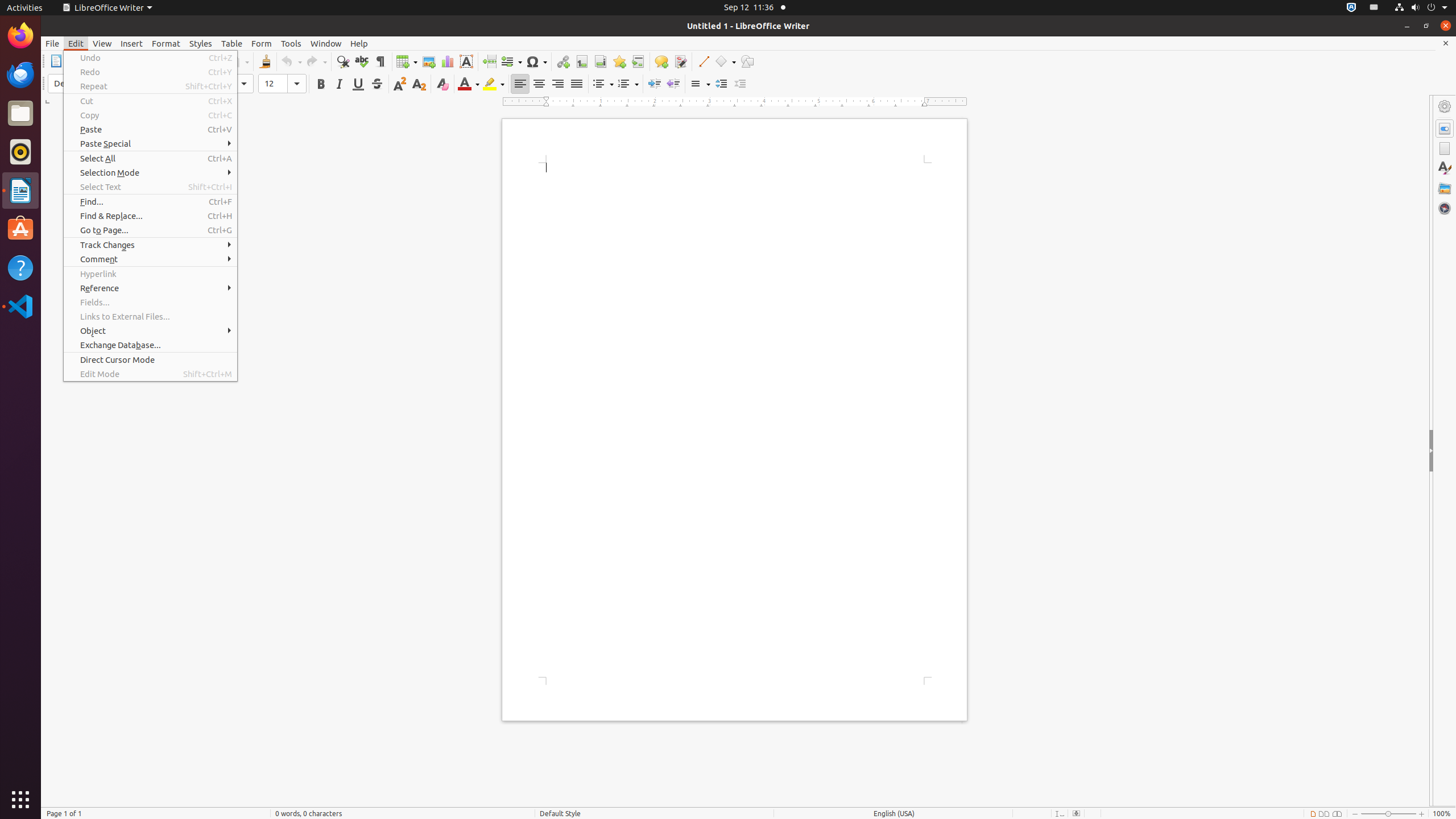  Describe the element at coordinates (150, 244) in the screenshot. I see `'Track Changes'` at that location.